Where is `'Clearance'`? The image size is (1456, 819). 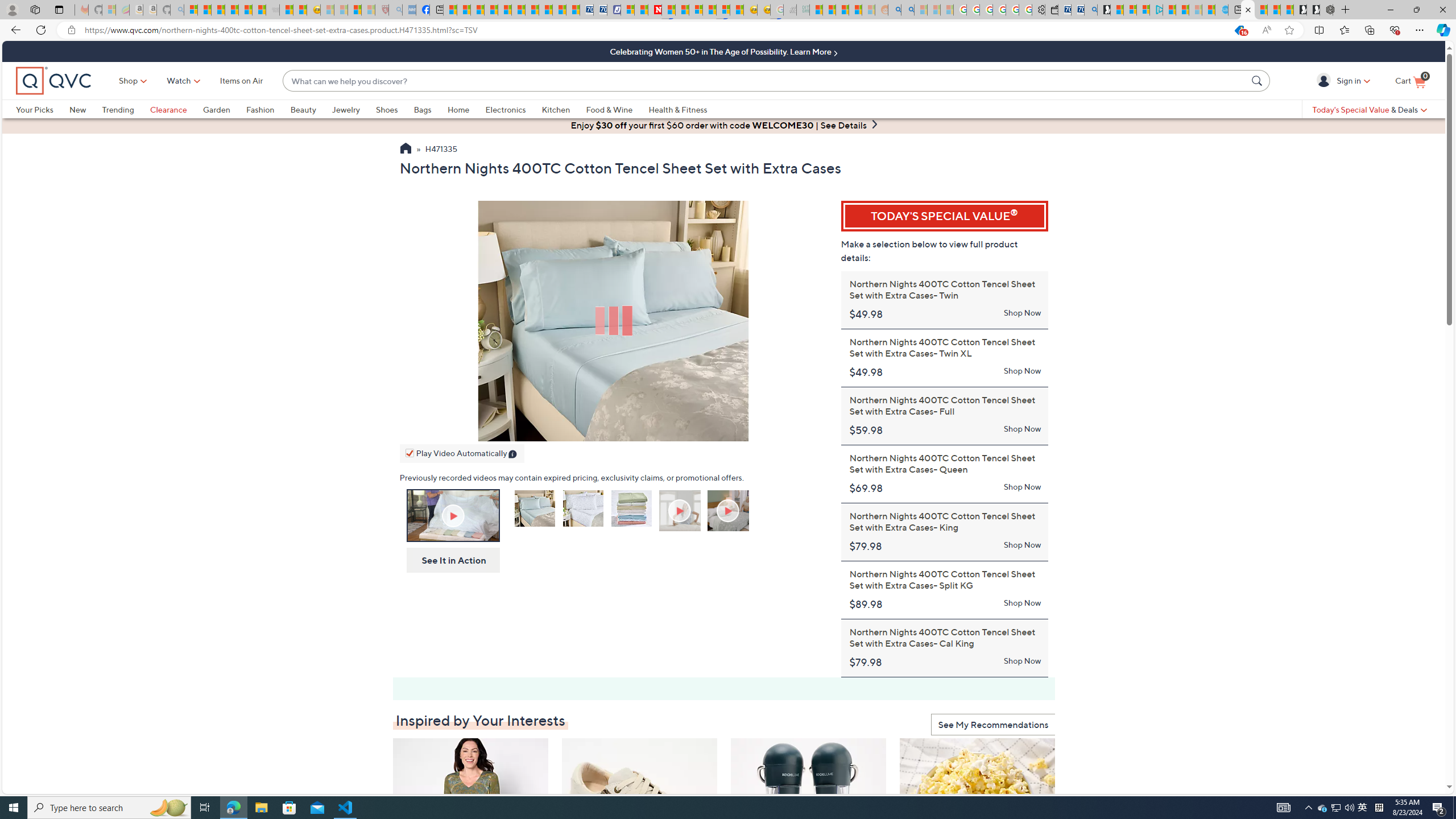 'Clearance' is located at coordinates (176, 109).